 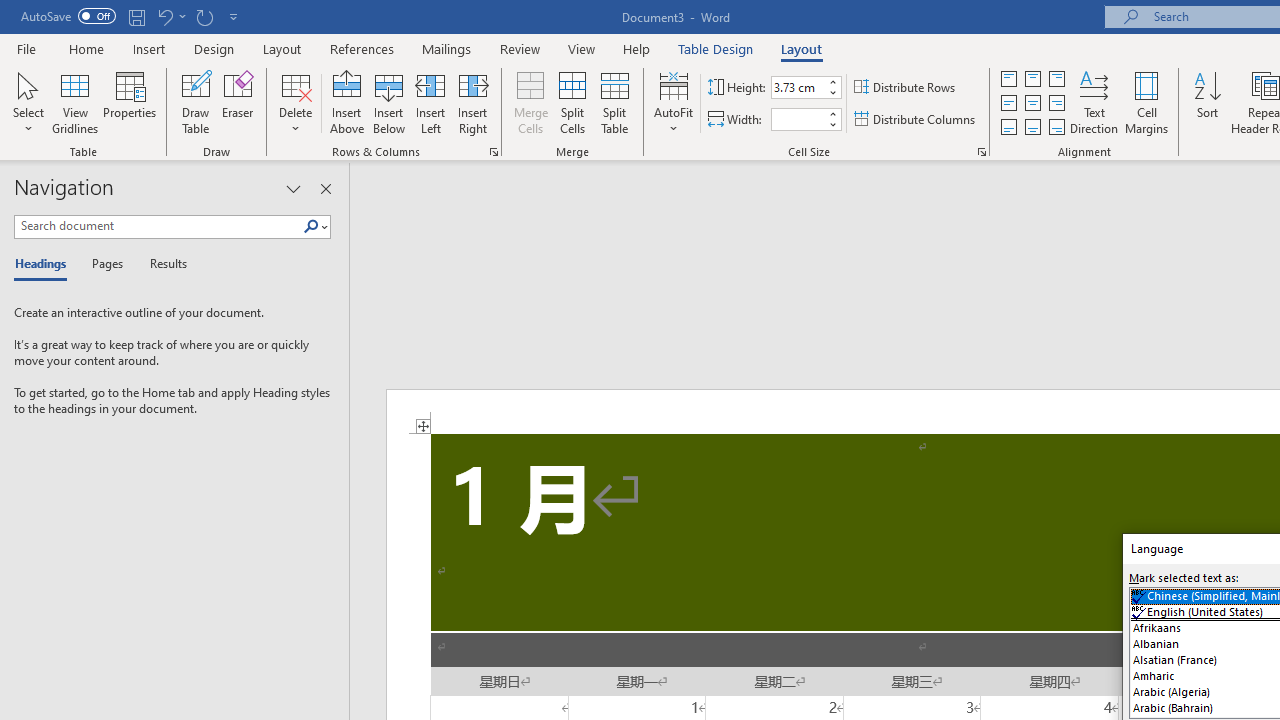 I want to click on 'Search', so click(x=310, y=226).